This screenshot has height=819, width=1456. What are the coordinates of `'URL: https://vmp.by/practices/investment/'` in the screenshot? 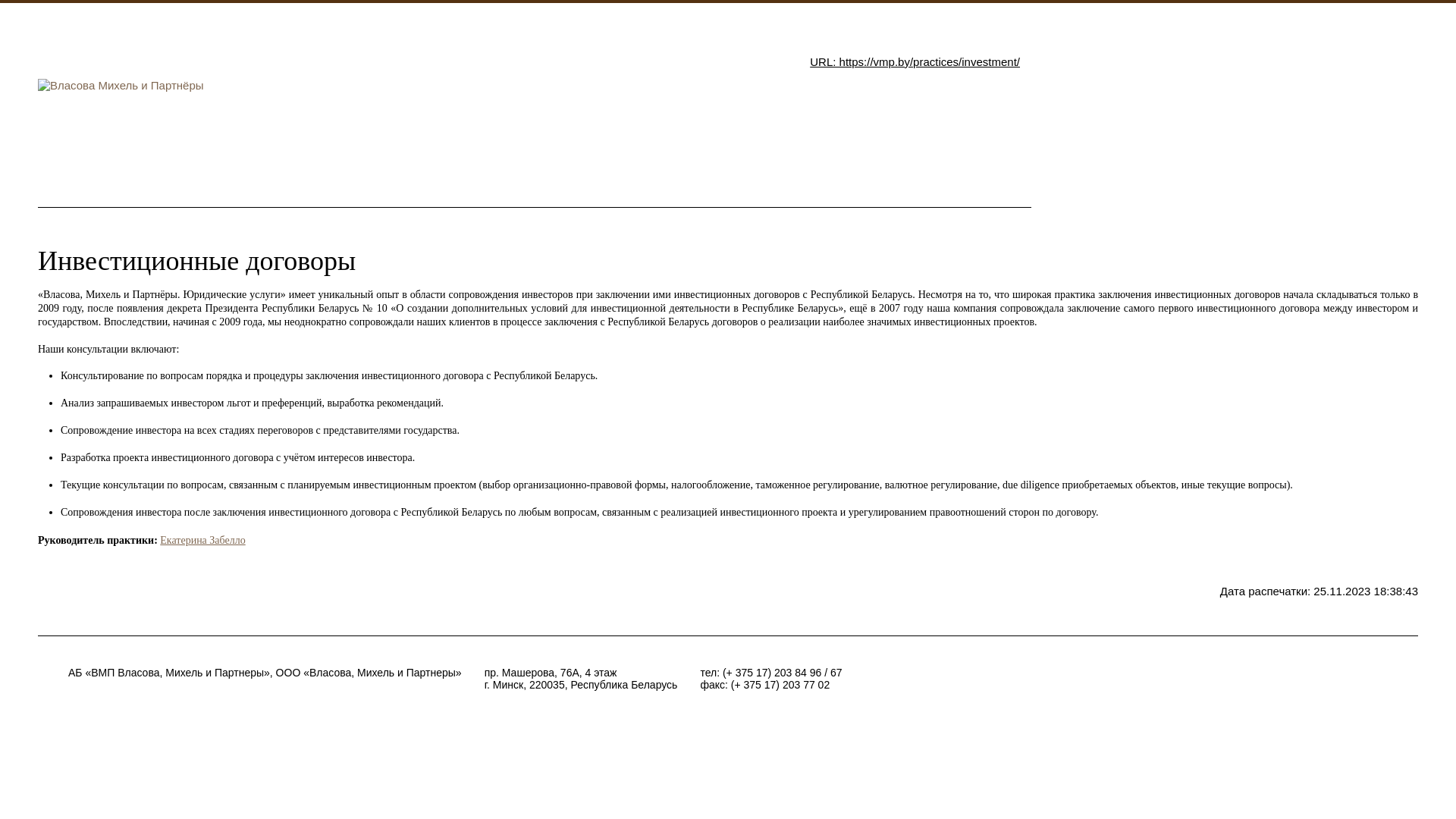 It's located at (914, 61).